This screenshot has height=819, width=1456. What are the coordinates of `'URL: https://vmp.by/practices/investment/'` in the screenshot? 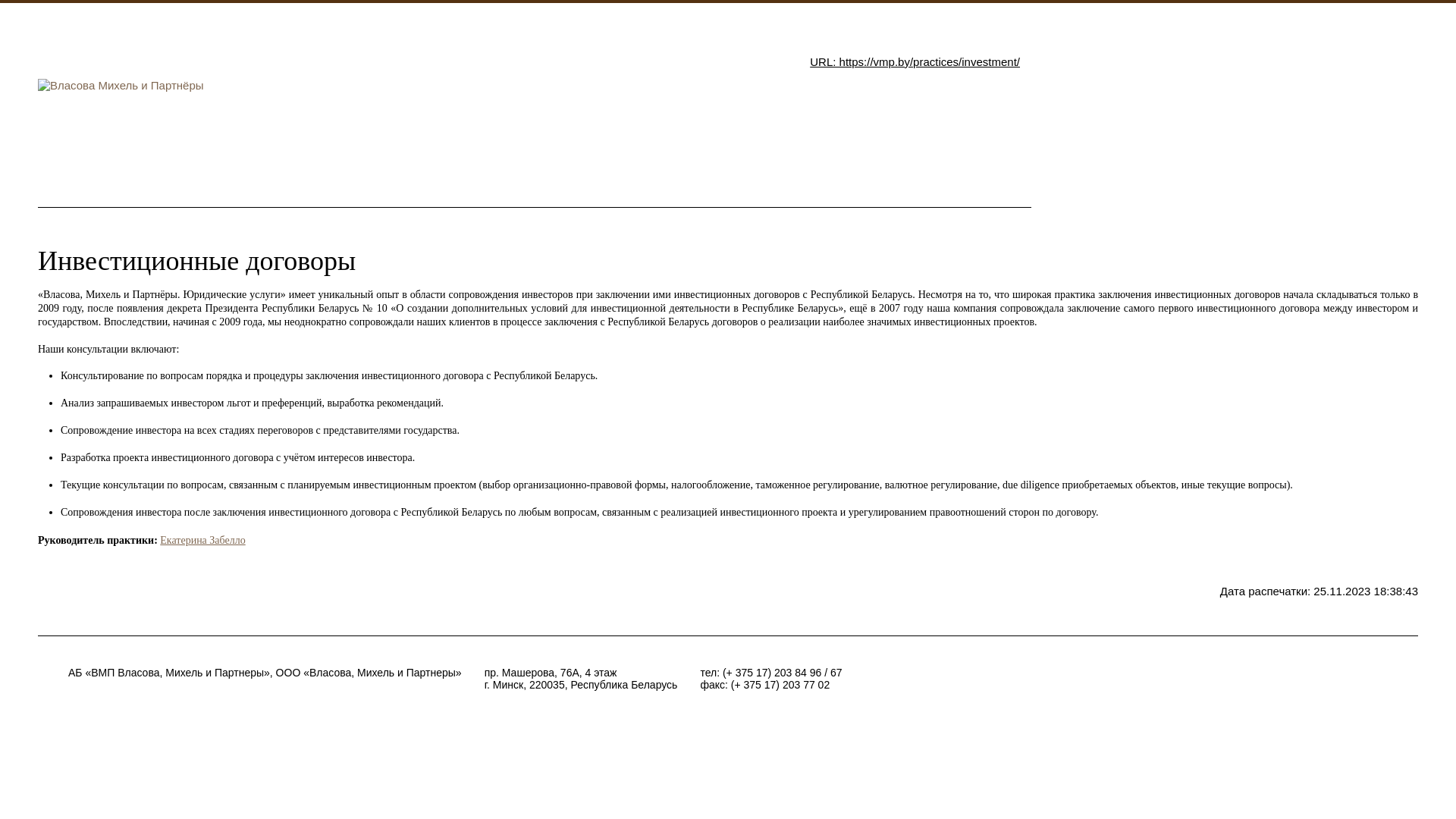 It's located at (914, 61).